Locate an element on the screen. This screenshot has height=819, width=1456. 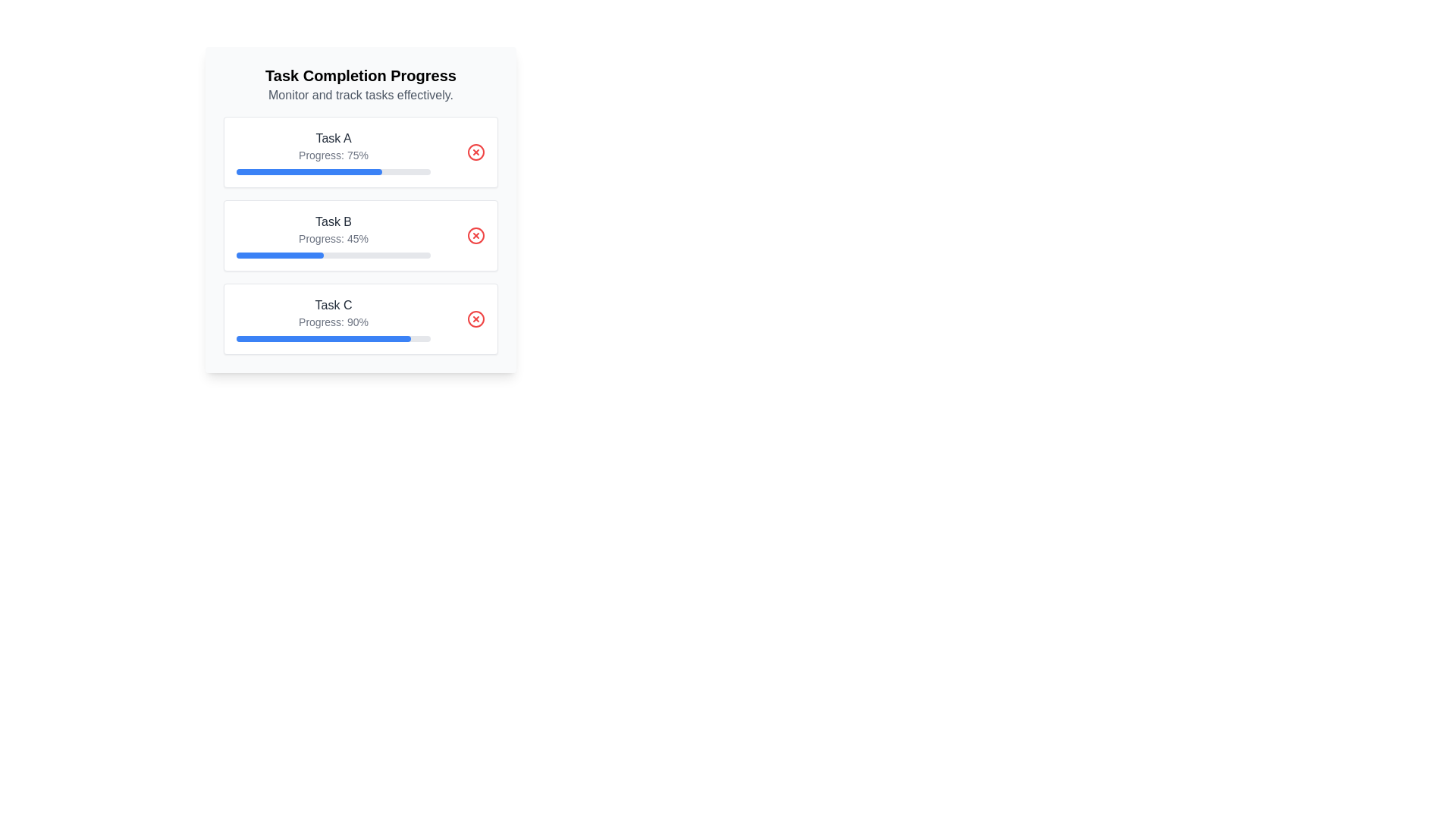
the progress bar indicating 75% completion for 'Task A' in the upper section of the layout is located at coordinates (309, 171).